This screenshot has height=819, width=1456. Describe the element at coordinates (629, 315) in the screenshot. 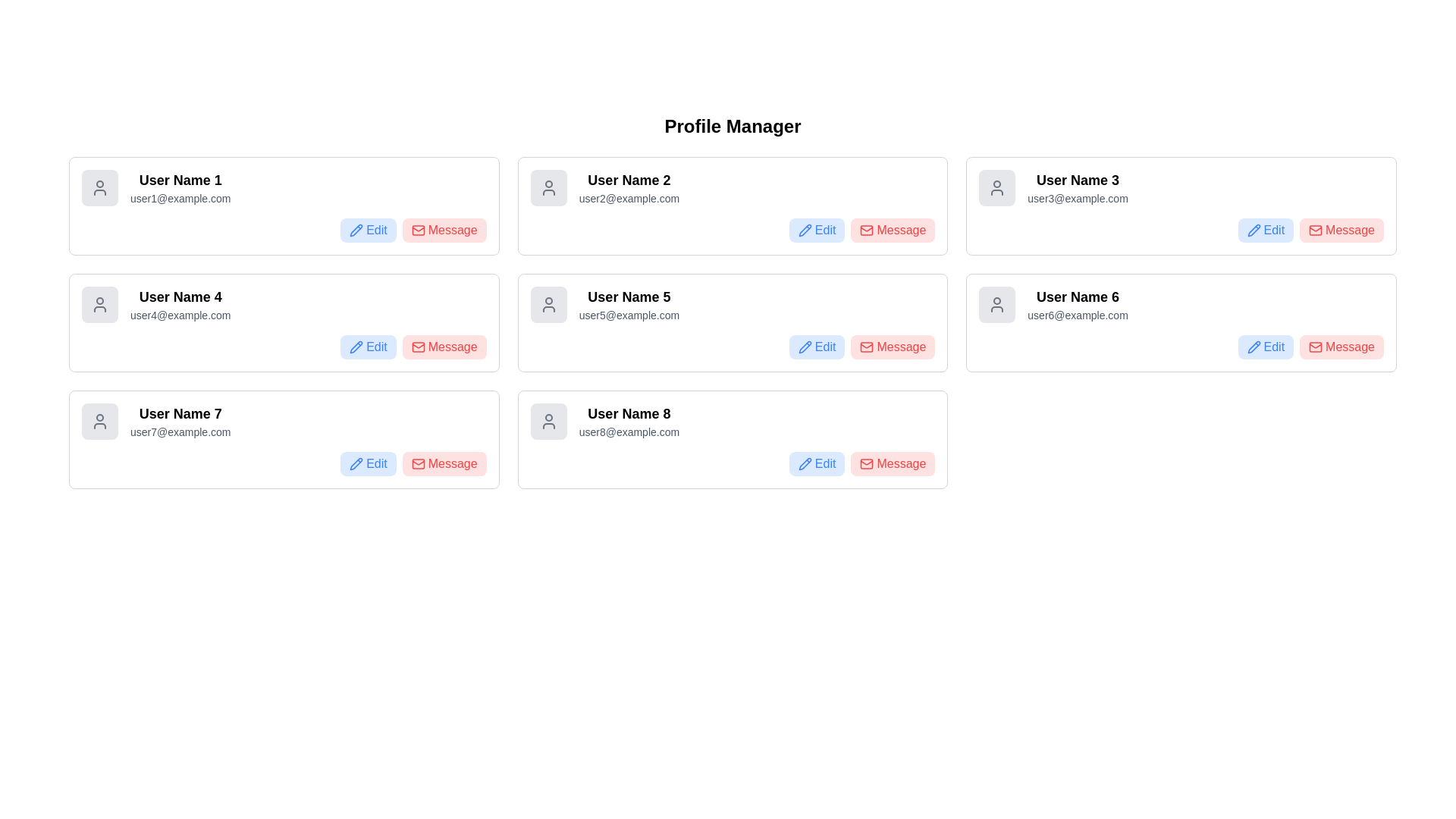

I see `the static text element displaying the user's email address, which is located below the user's name and above interactive buttons` at that location.